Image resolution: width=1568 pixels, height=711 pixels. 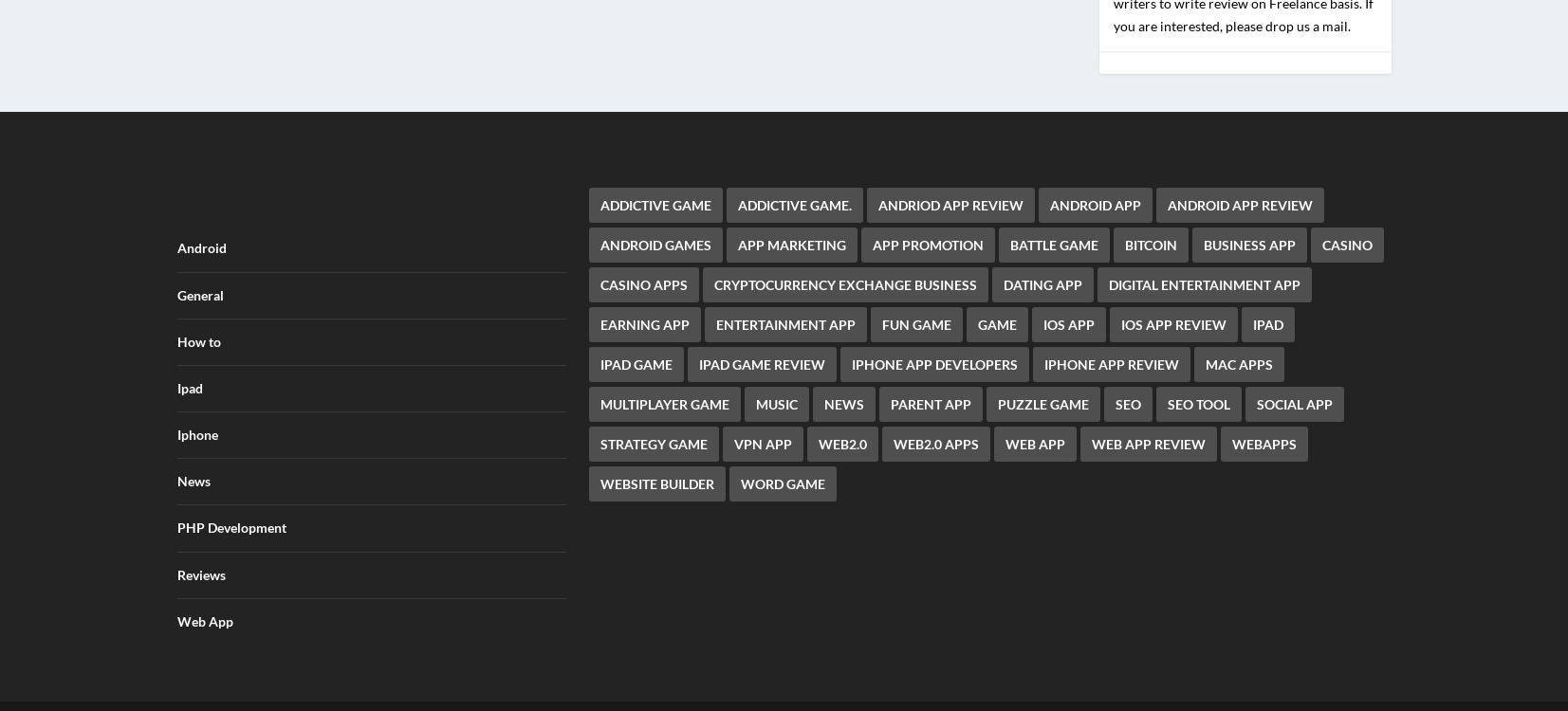 What do you see at coordinates (823, 392) in the screenshot?
I see `'news'` at bounding box center [823, 392].